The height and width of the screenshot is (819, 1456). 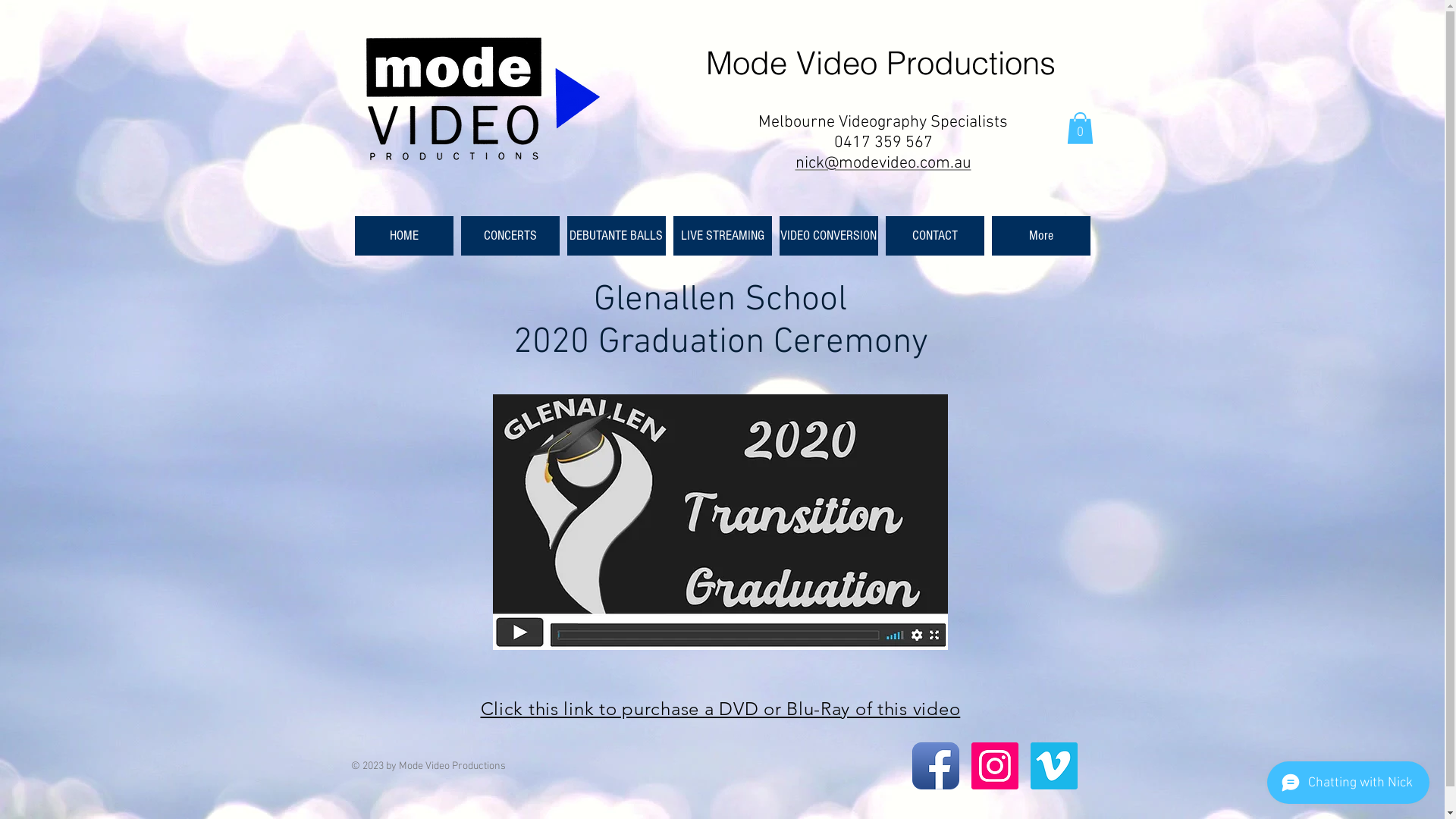 I want to click on 'nick@modevideo.com.au', so click(x=793, y=163).